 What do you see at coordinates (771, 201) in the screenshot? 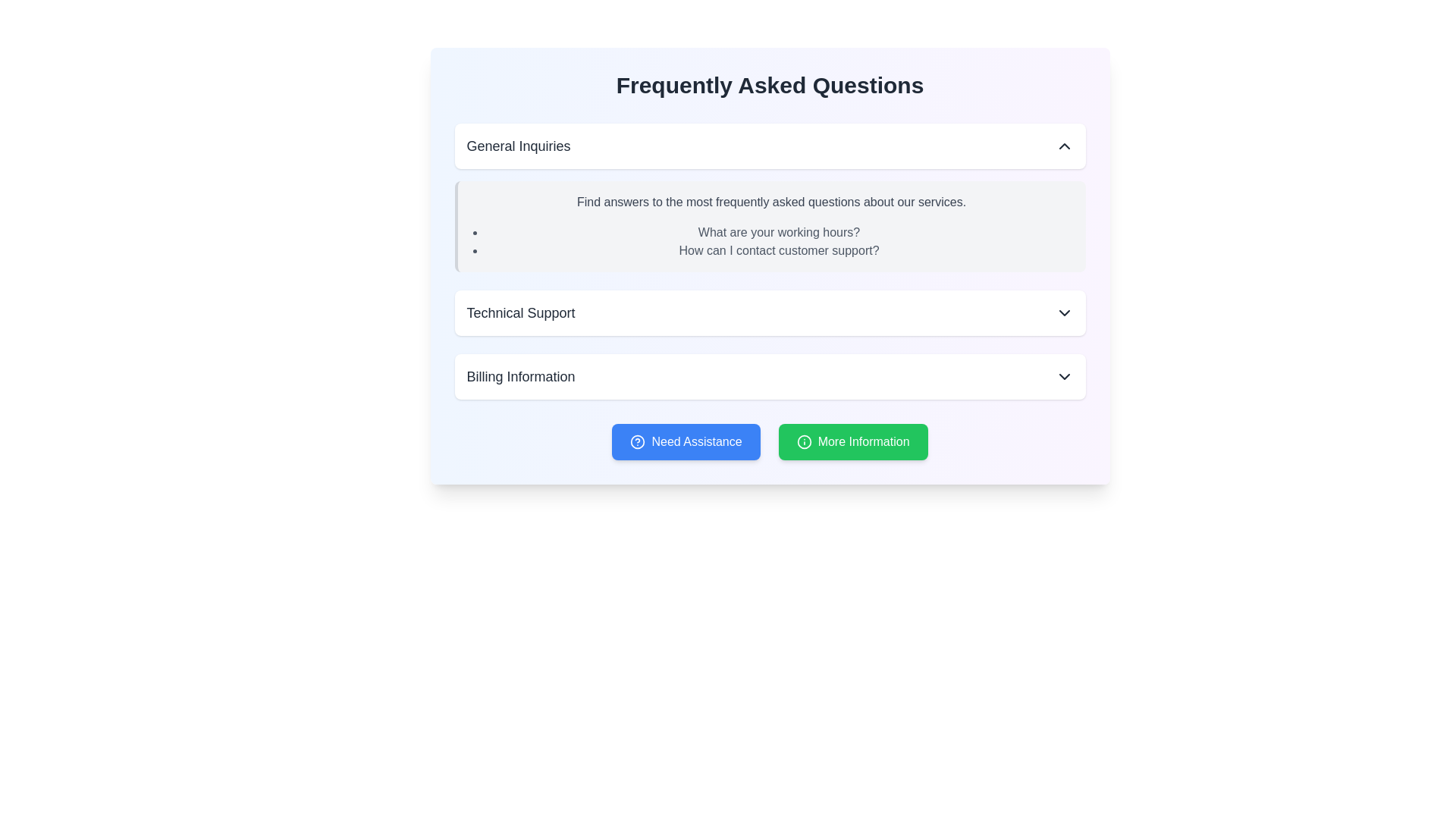
I see `text content that states 'Find answers to the most frequently asked questions about our services.' located in the 'General Inquiries' section of the page` at bounding box center [771, 201].